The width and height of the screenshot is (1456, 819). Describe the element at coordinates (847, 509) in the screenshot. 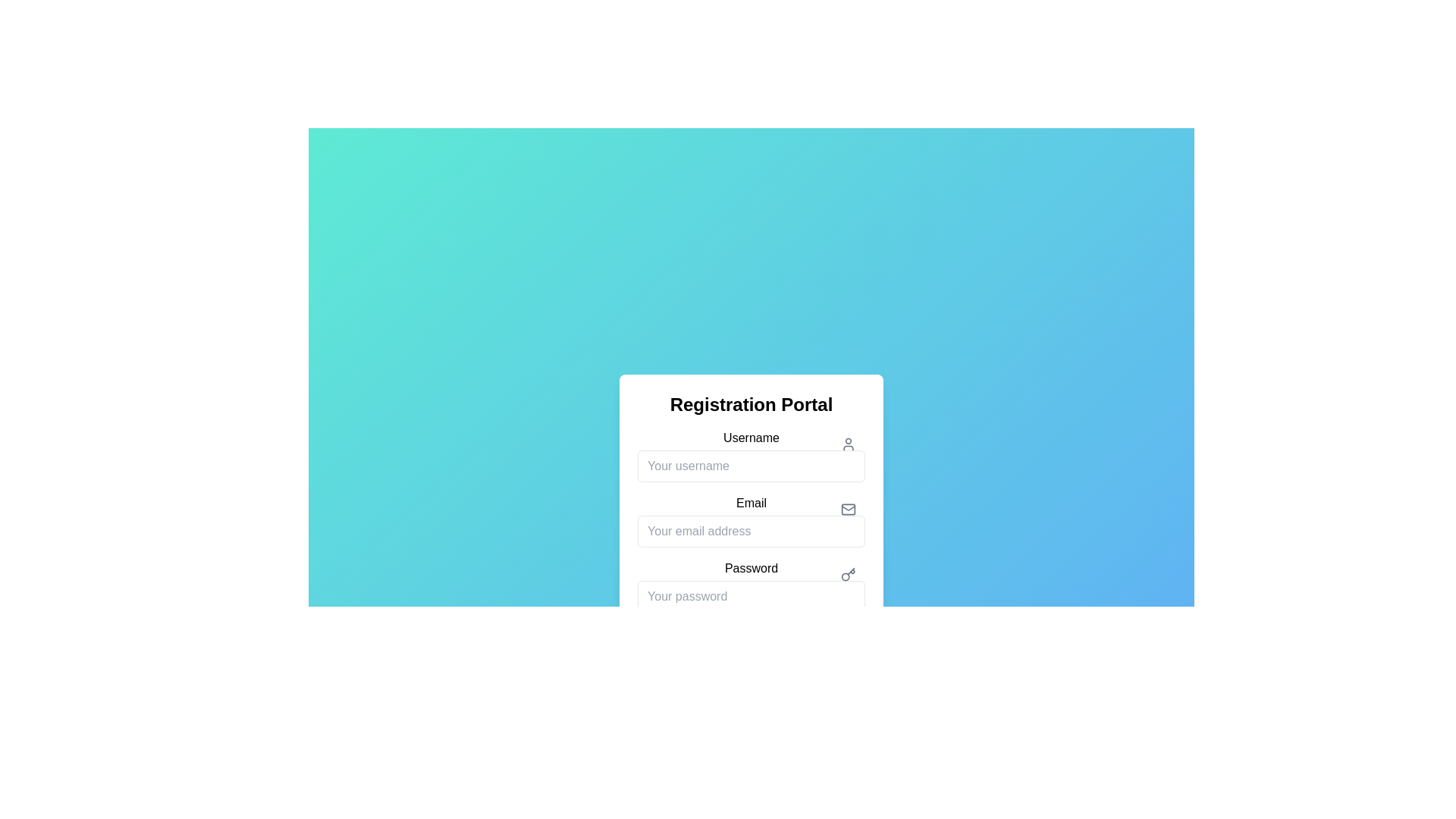

I see `the email input field by clicking the decorative icon that visually indicates the purpose of the input` at that location.